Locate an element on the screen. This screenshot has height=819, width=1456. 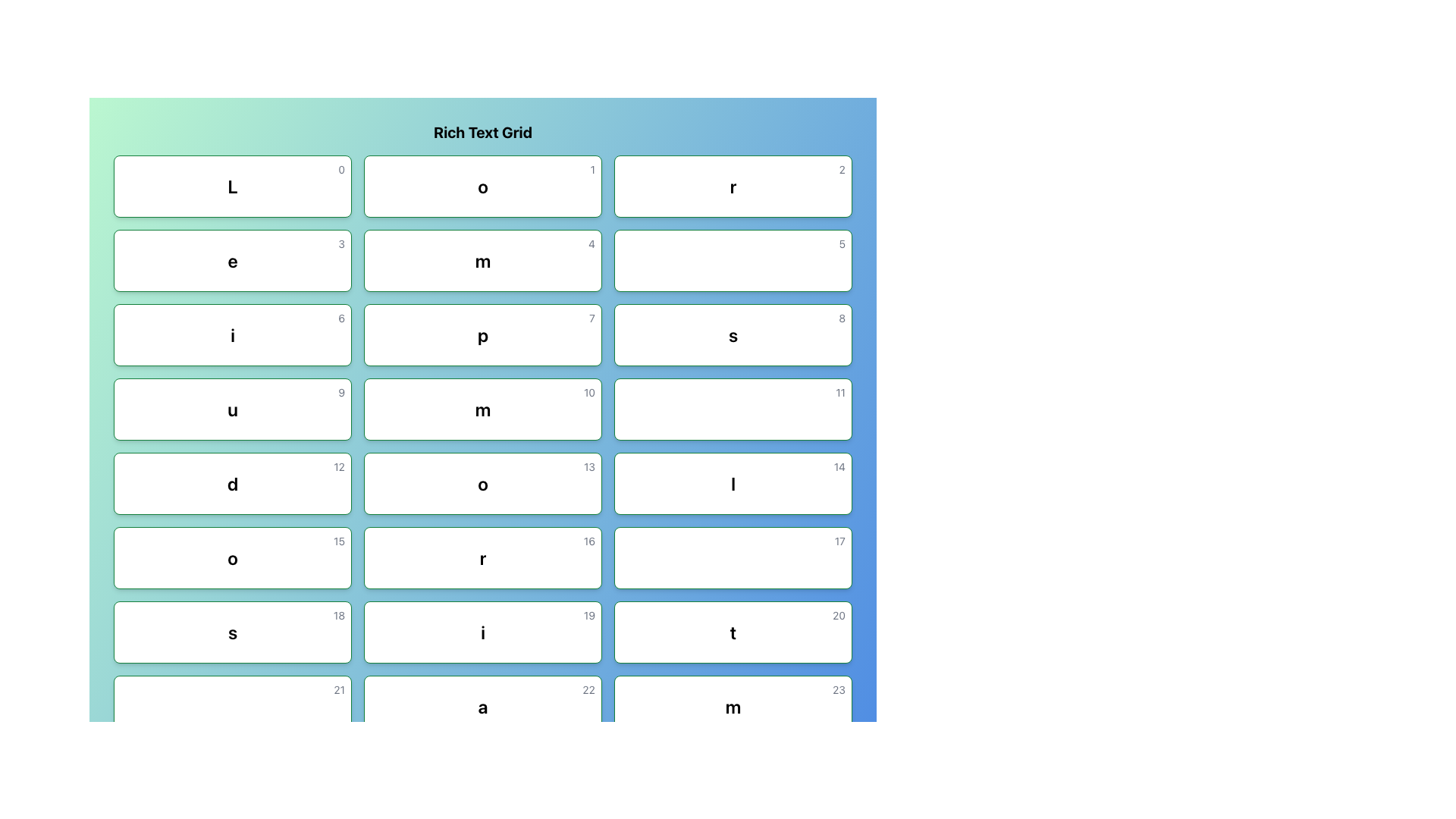
the text element displaying the letter 'd', located in the twelfth block of a grid layout is located at coordinates (232, 483).